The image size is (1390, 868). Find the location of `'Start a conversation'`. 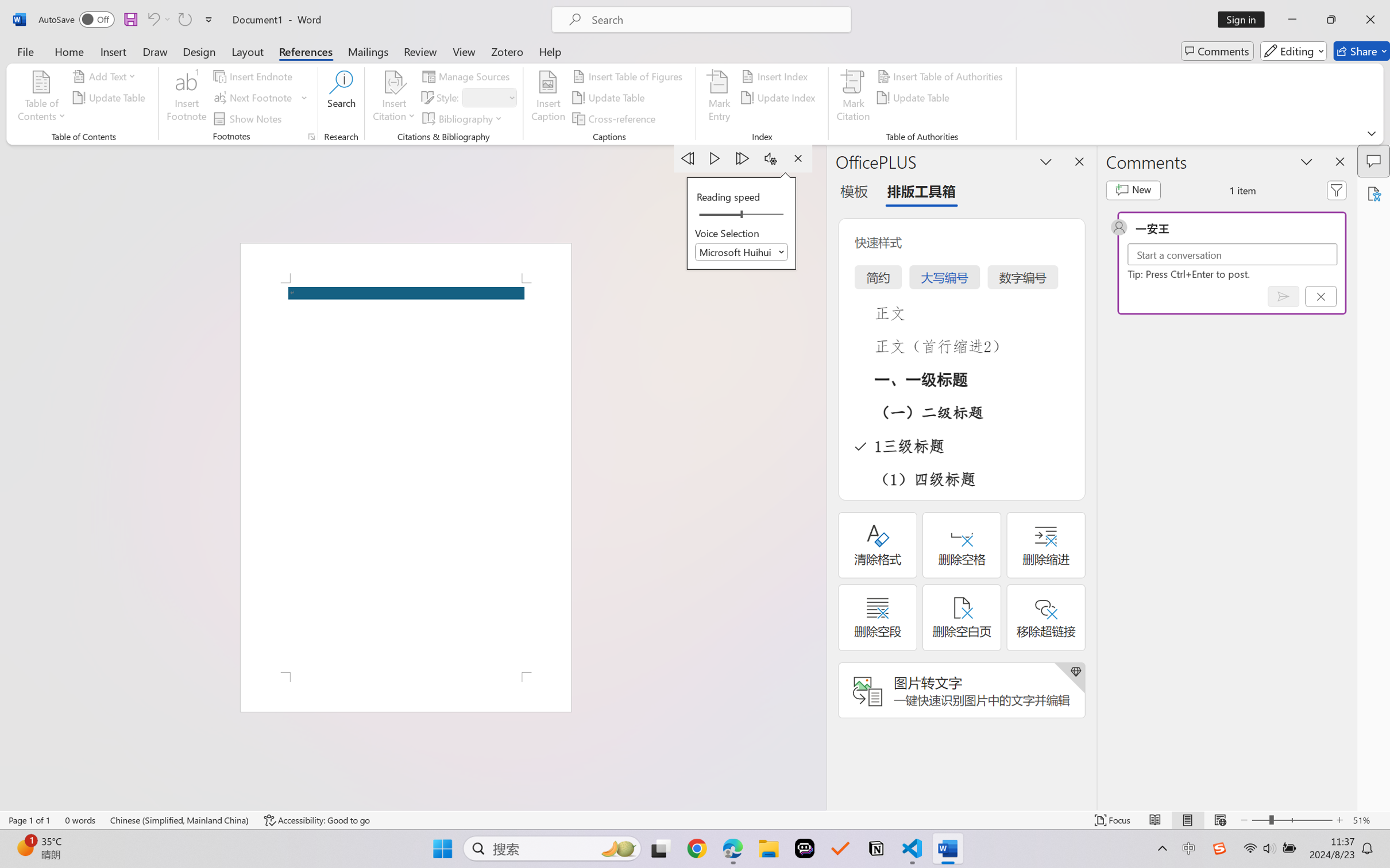

'Start a conversation' is located at coordinates (1232, 254).